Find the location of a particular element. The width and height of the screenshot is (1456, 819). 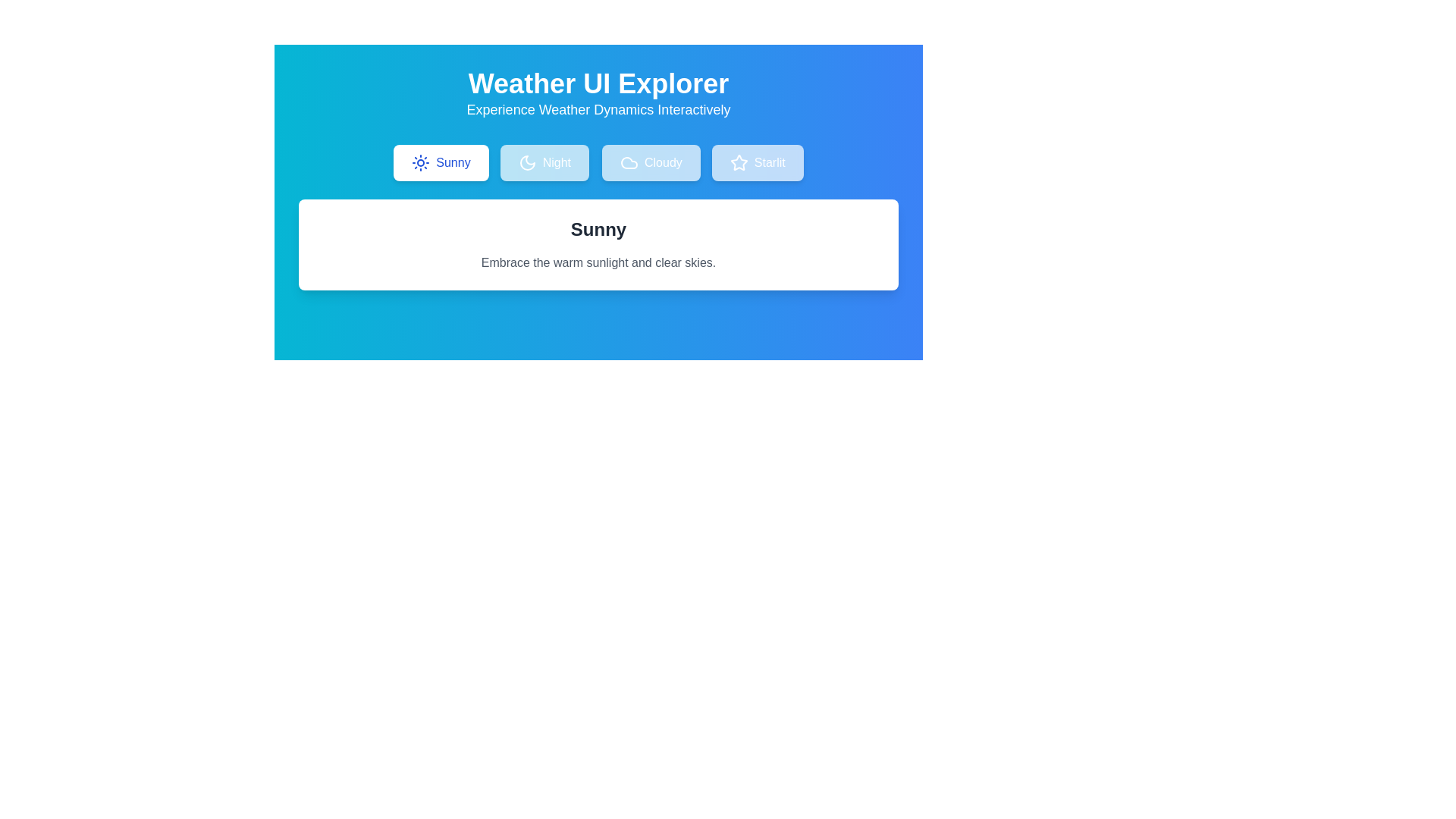

the Night weather tab is located at coordinates (545, 163).